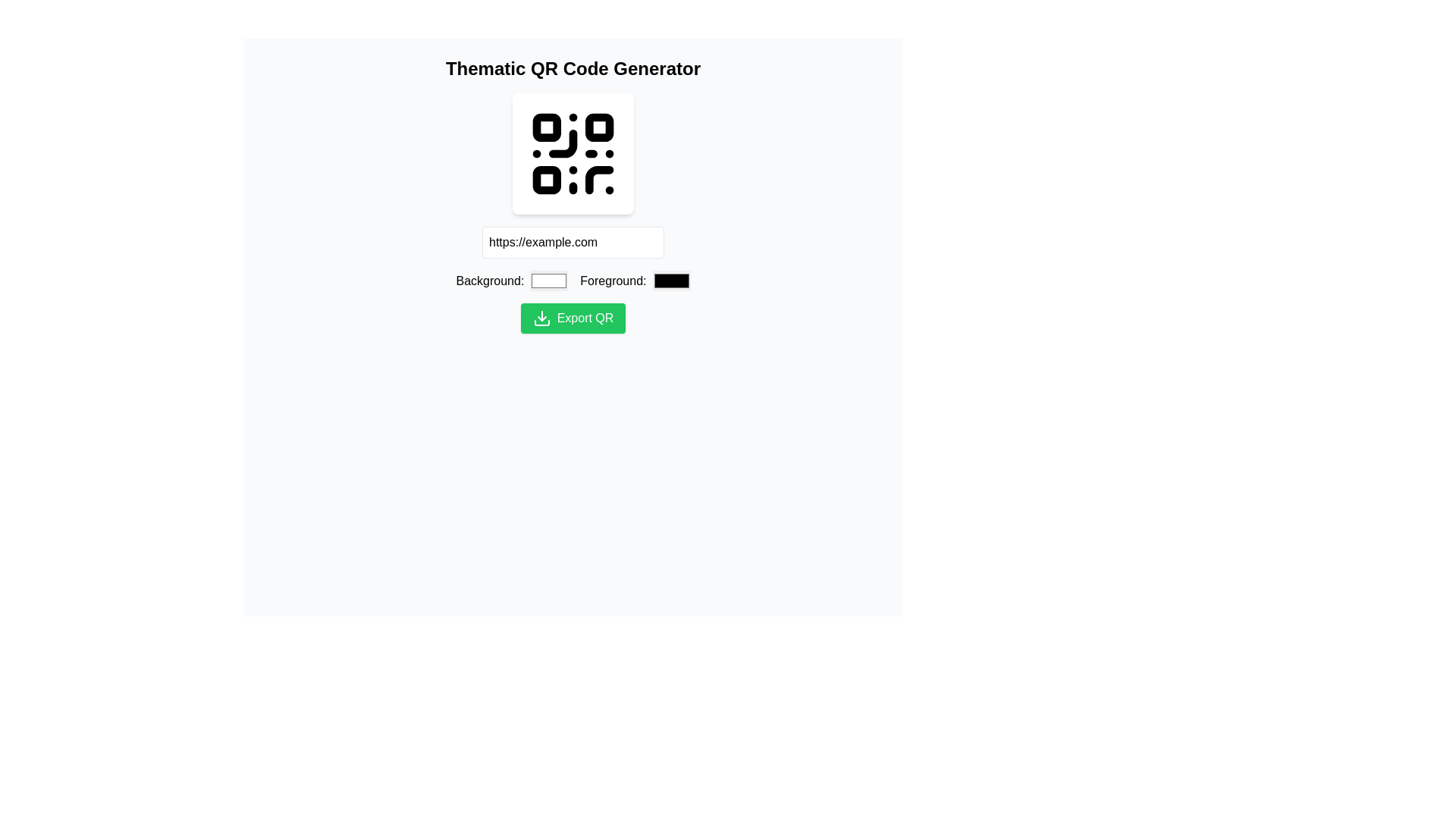  What do you see at coordinates (670, 281) in the screenshot?
I see `the Color Input Box located to the right of the 'Foreground:' label, below the QR code` at bounding box center [670, 281].